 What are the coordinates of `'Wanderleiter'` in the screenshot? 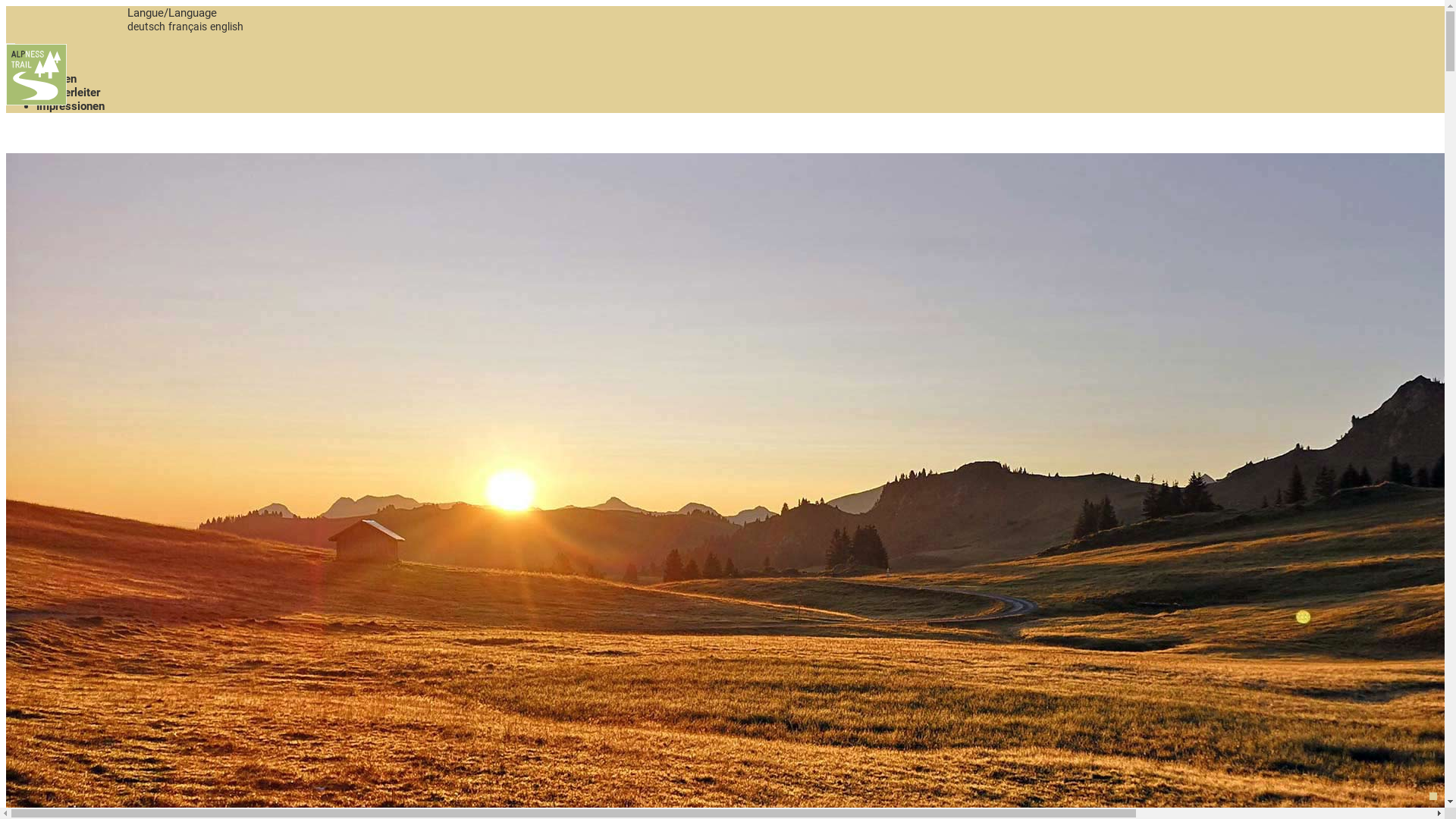 It's located at (67, 93).